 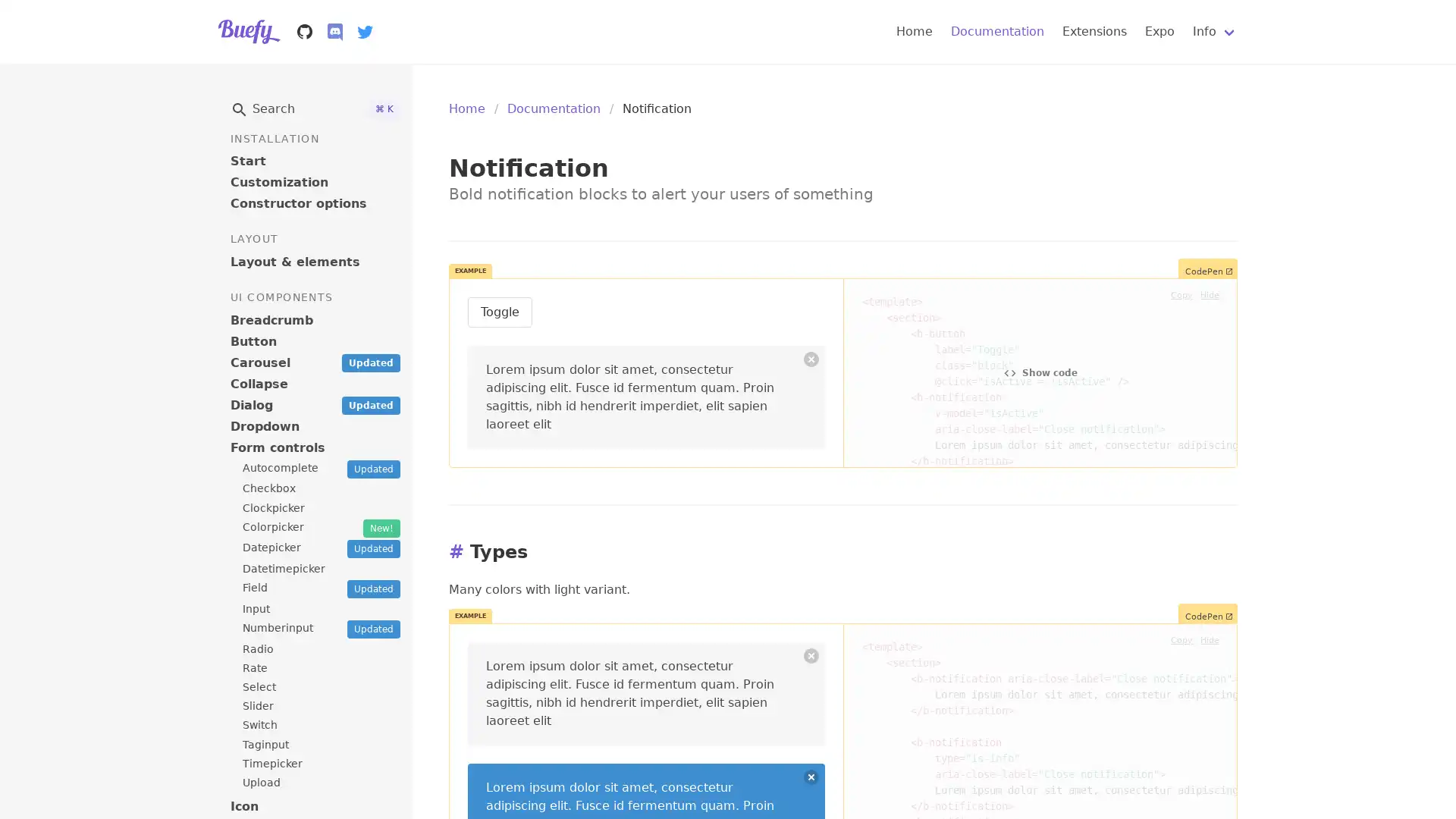 I want to click on Close notification, so click(x=811, y=654).